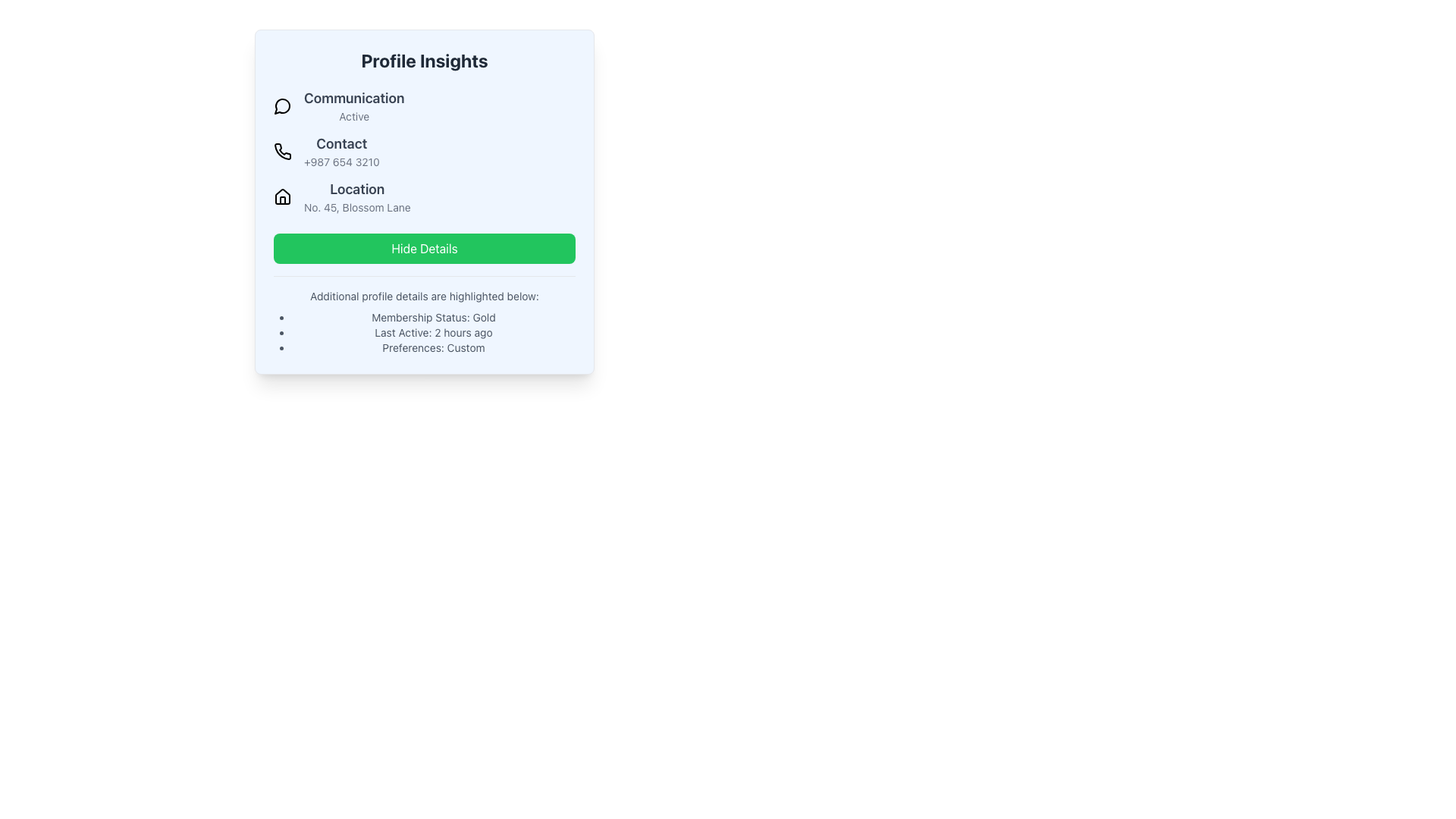 The width and height of the screenshot is (1456, 819). I want to click on the 'Profile Insights' text label, which is a bold and large font displayed at the top of a card-like layout with a light blue background, so click(425, 60).